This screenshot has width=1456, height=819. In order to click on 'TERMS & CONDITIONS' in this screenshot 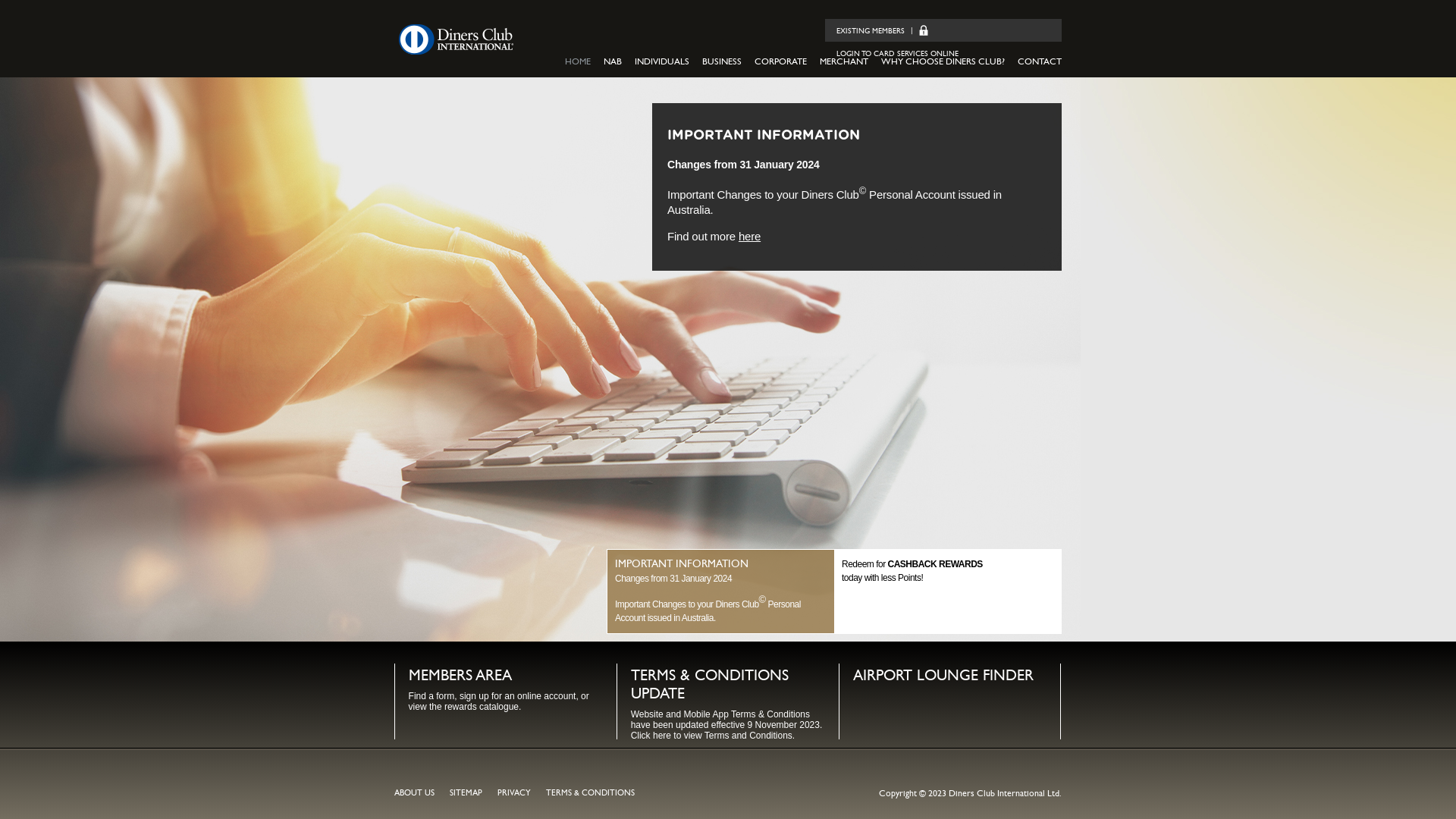, I will do `click(589, 792)`.